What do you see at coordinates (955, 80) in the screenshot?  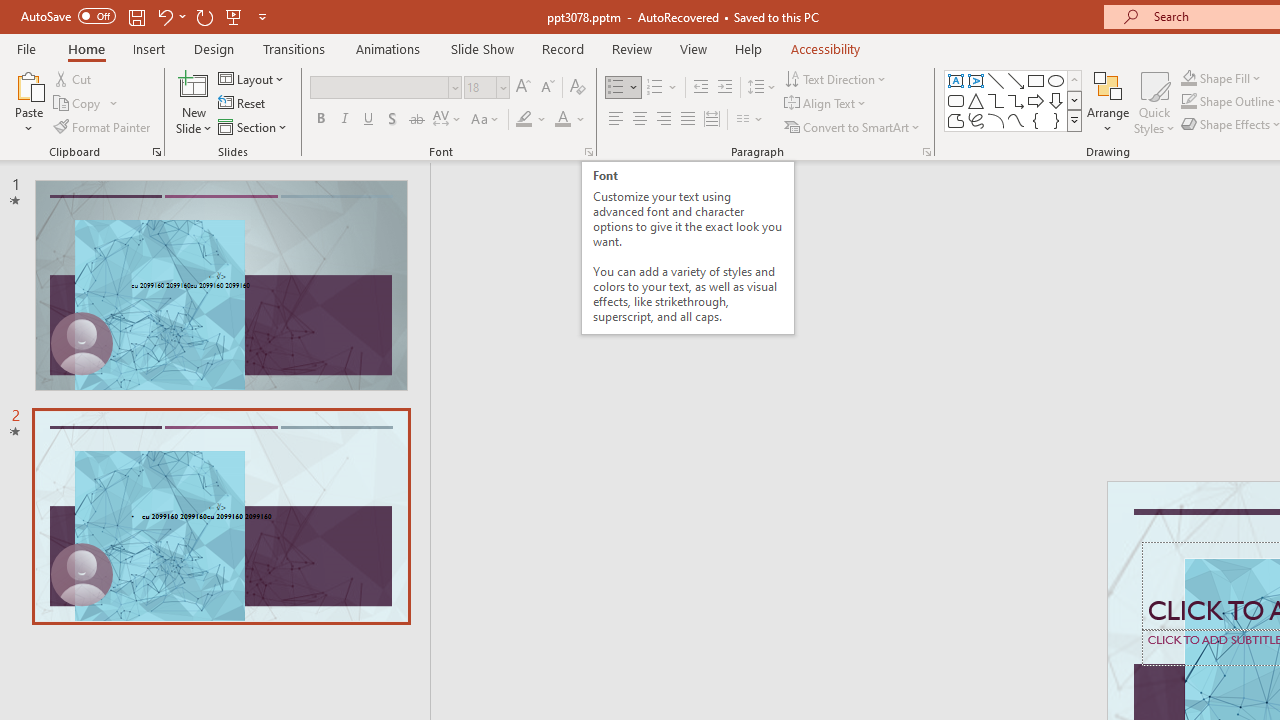 I see `'Text Box'` at bounding box center [955, 80].